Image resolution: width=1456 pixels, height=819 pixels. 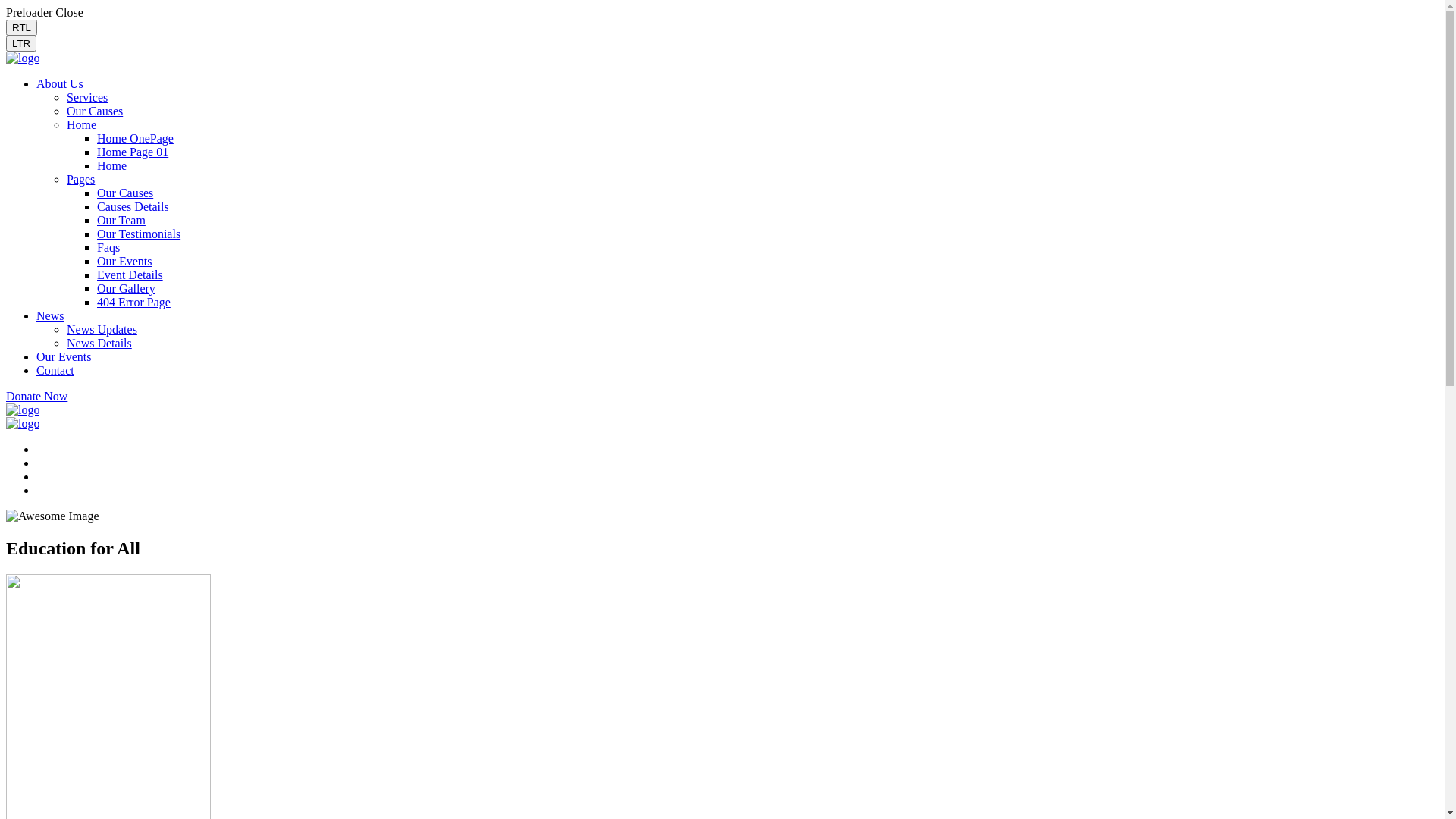 What do you see at coordinates (65, 343) in the screenshot?
I see `'News Details'` at bounding box center [65, 343].